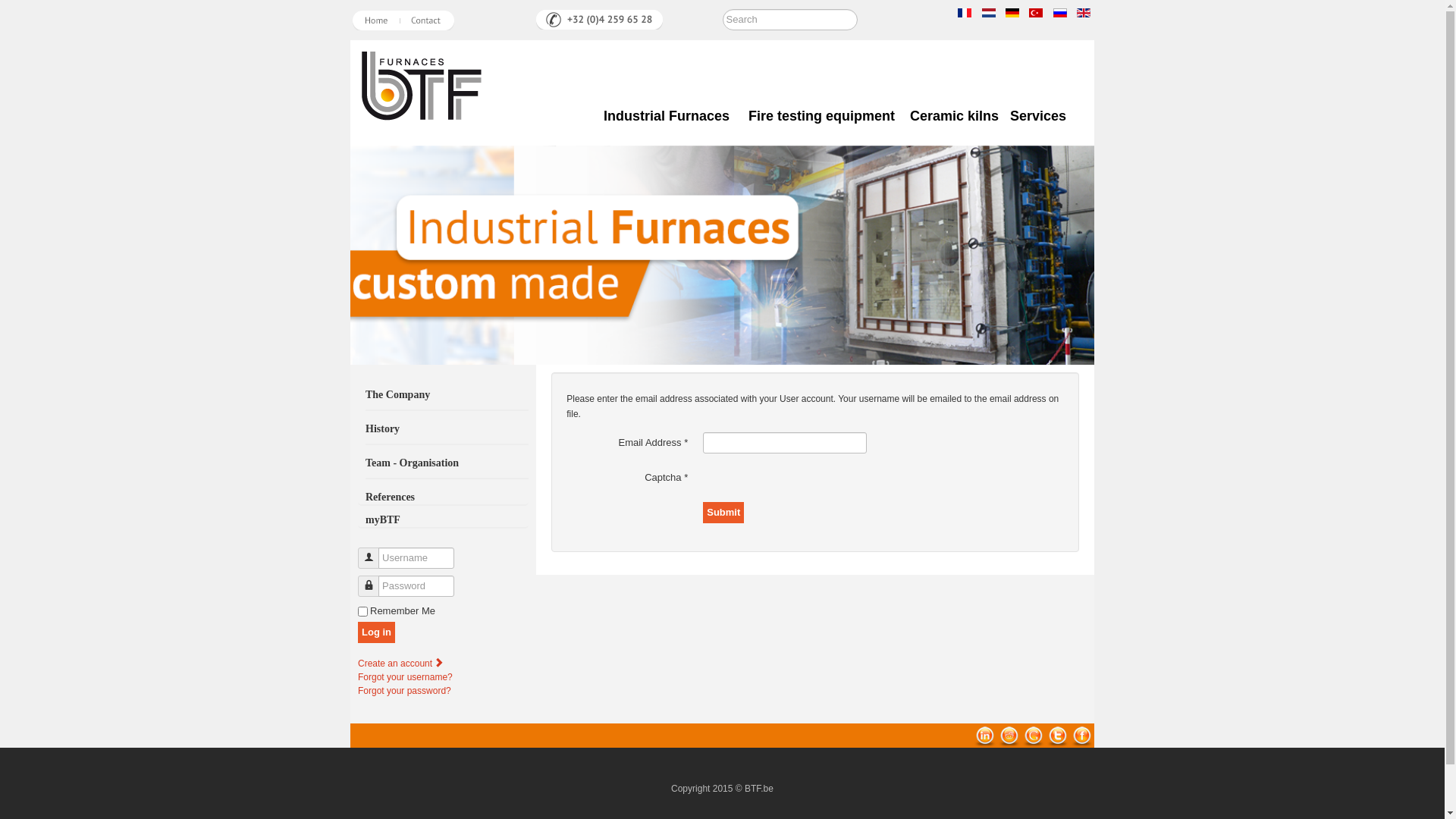  What do you see at coordinates (1059, 12) in the screenshot?
I see `'Russian'` at bounding box center [1059, 12].